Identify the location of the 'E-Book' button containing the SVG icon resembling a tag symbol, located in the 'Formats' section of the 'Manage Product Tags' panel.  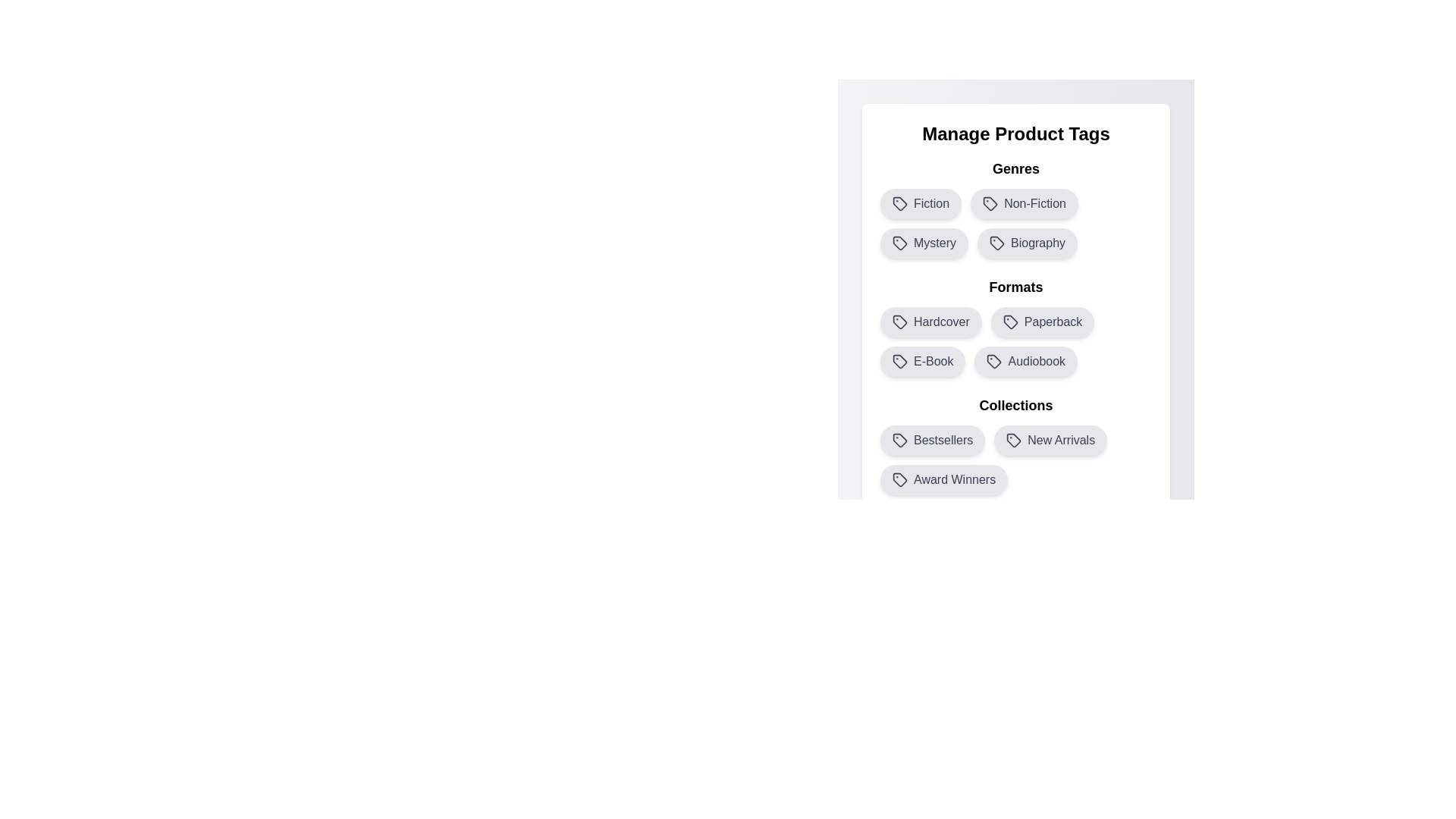
(899, 362).